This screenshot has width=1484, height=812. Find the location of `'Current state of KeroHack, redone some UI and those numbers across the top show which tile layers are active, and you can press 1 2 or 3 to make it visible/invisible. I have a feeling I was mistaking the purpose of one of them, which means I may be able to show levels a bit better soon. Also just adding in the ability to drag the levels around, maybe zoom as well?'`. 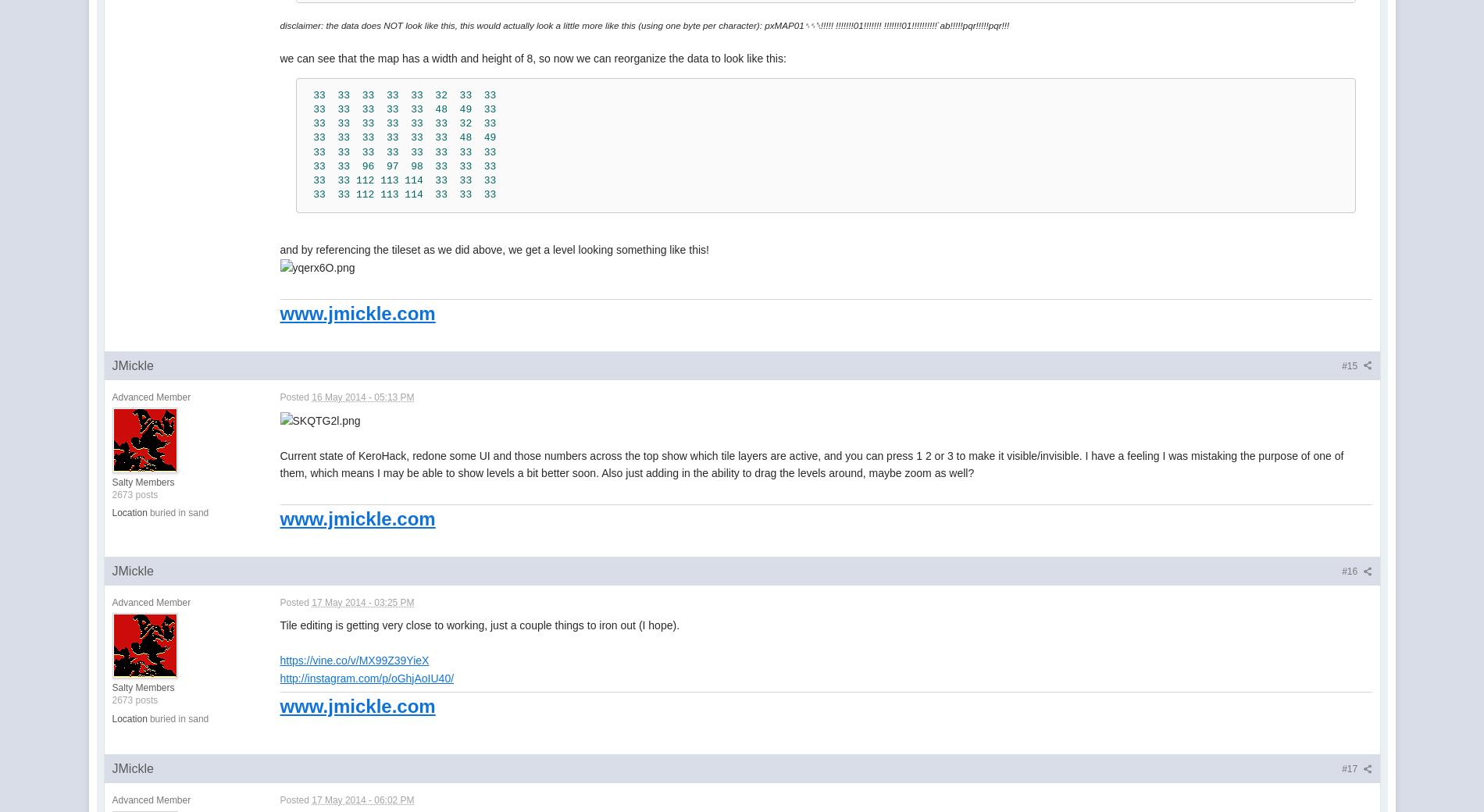

'Current state of KeroHack, redone some UI and those numbers across the top show which tile layers are active, and you can press 1 2 or 3 to make it visible/invisible. I have a feeling I was mistaking the purpose of one of them, which means I may be able to show levels a bit better soon. Also just adding in the ability to drag the levels around, maybe zoom as well?' is located at coordinates (811, 463).